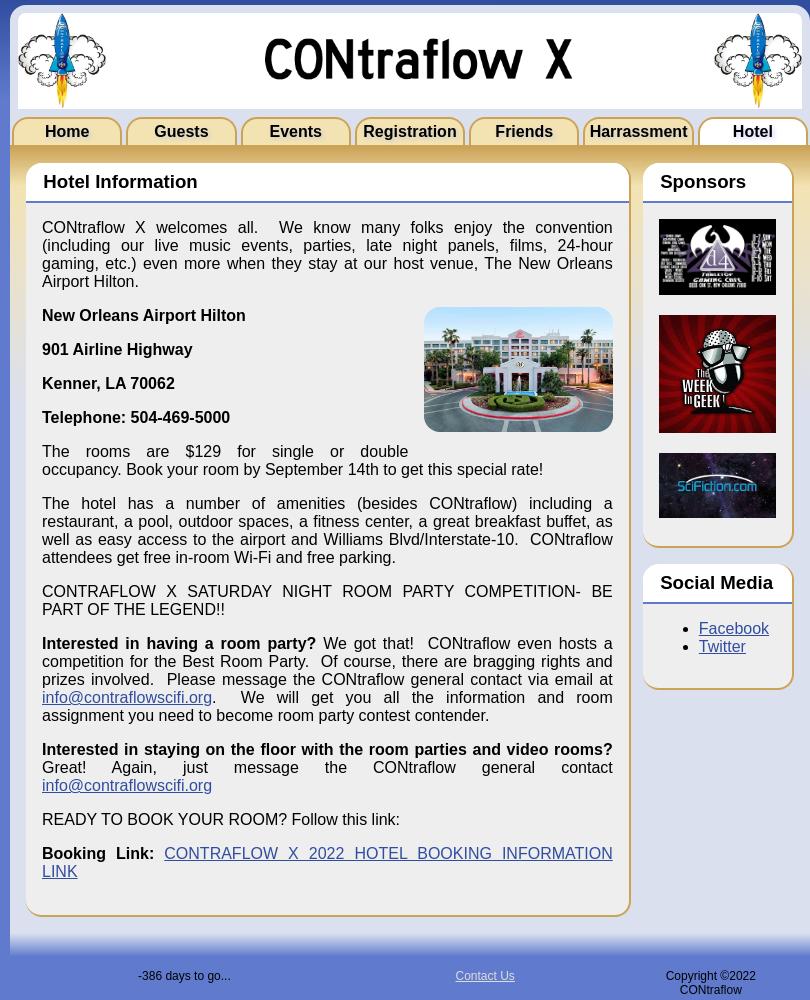 The width and height of the screenshot is (810, 1000). What do you see at coordinates (184, 975) in the screenshot?
I see `'-386 days to go...'` at bounding box center [184, 975].